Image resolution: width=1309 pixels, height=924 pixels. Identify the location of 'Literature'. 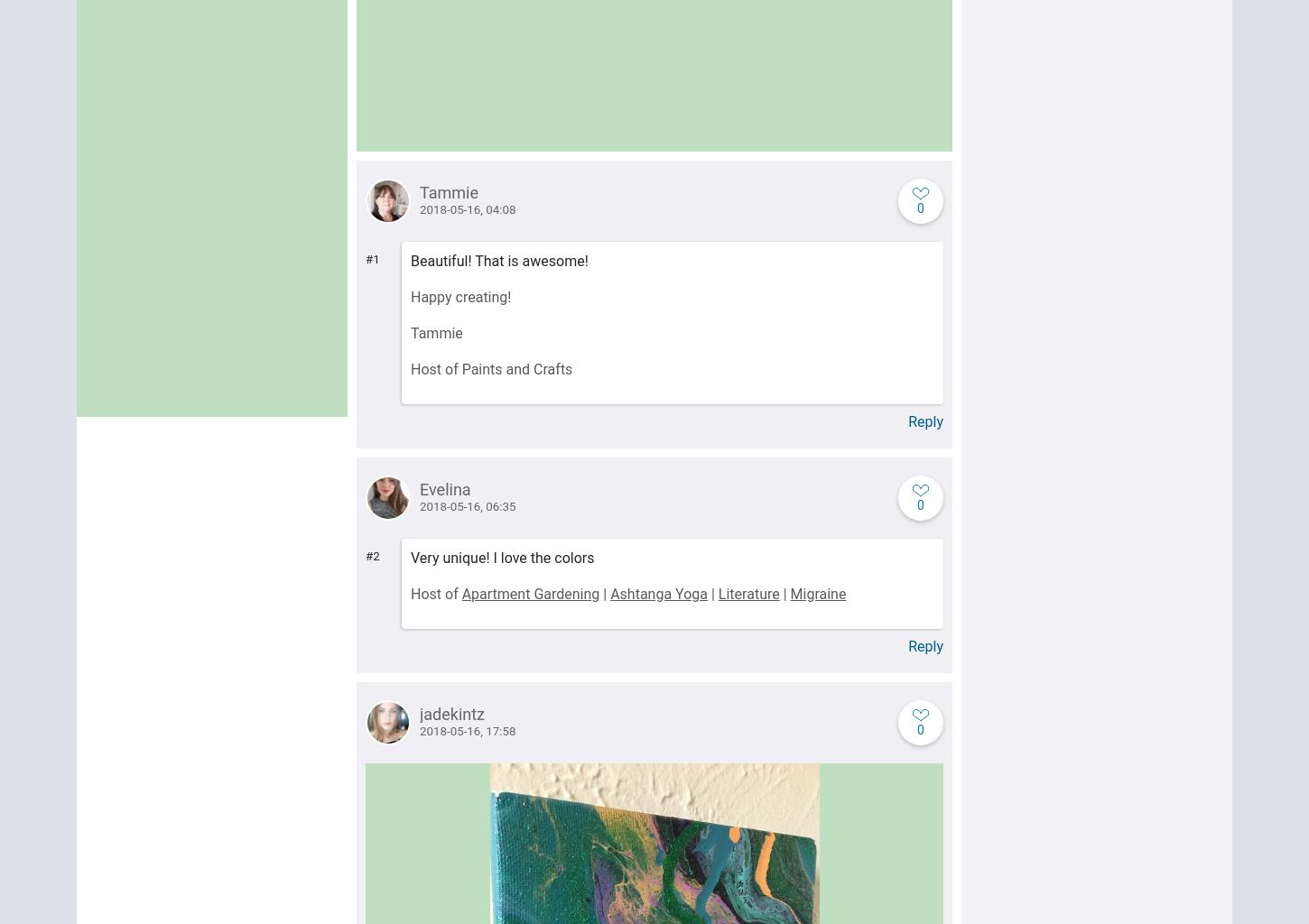
(747, 593).